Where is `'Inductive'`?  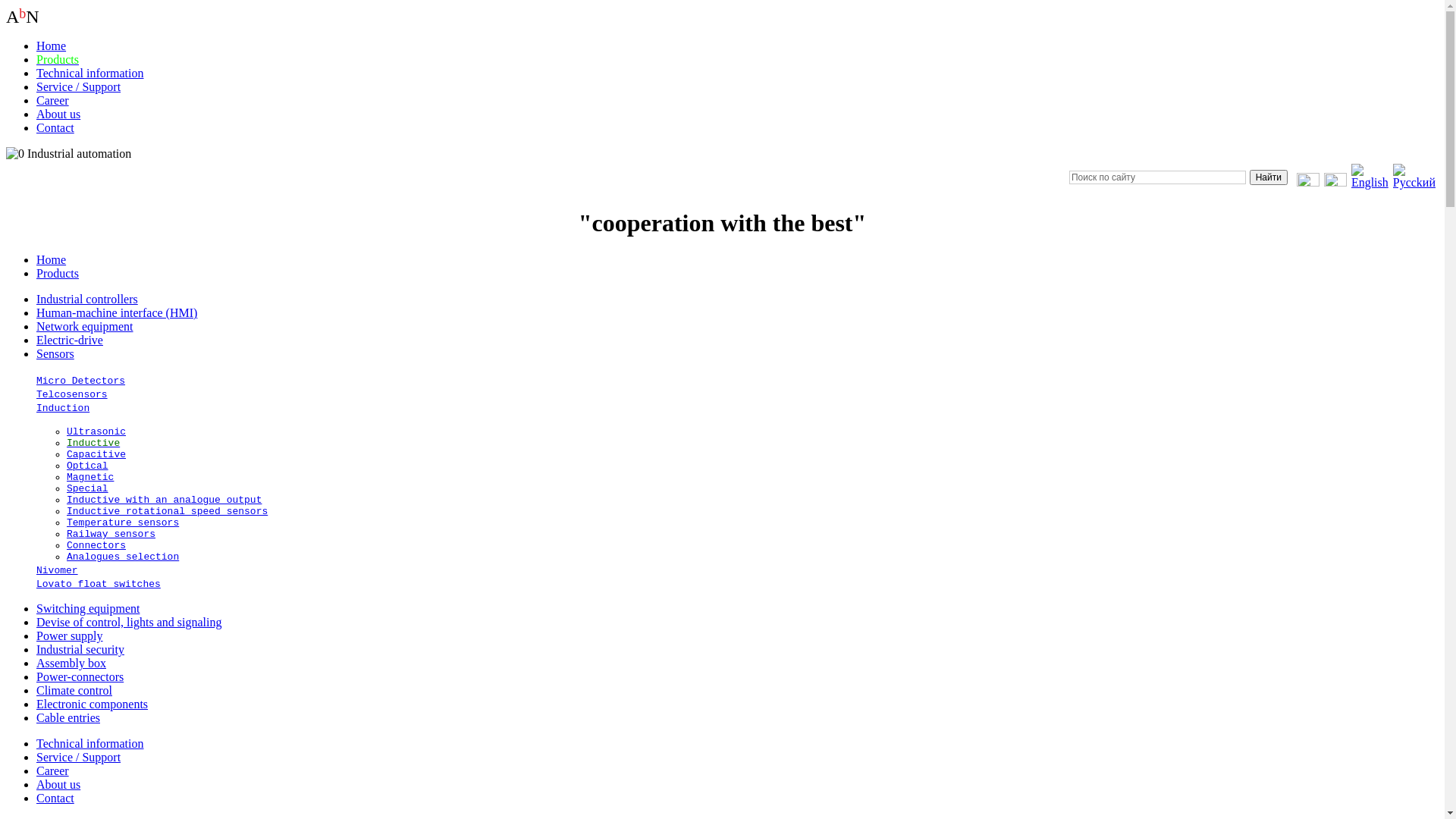 'Inductive' is located at coordinates (93, 443).